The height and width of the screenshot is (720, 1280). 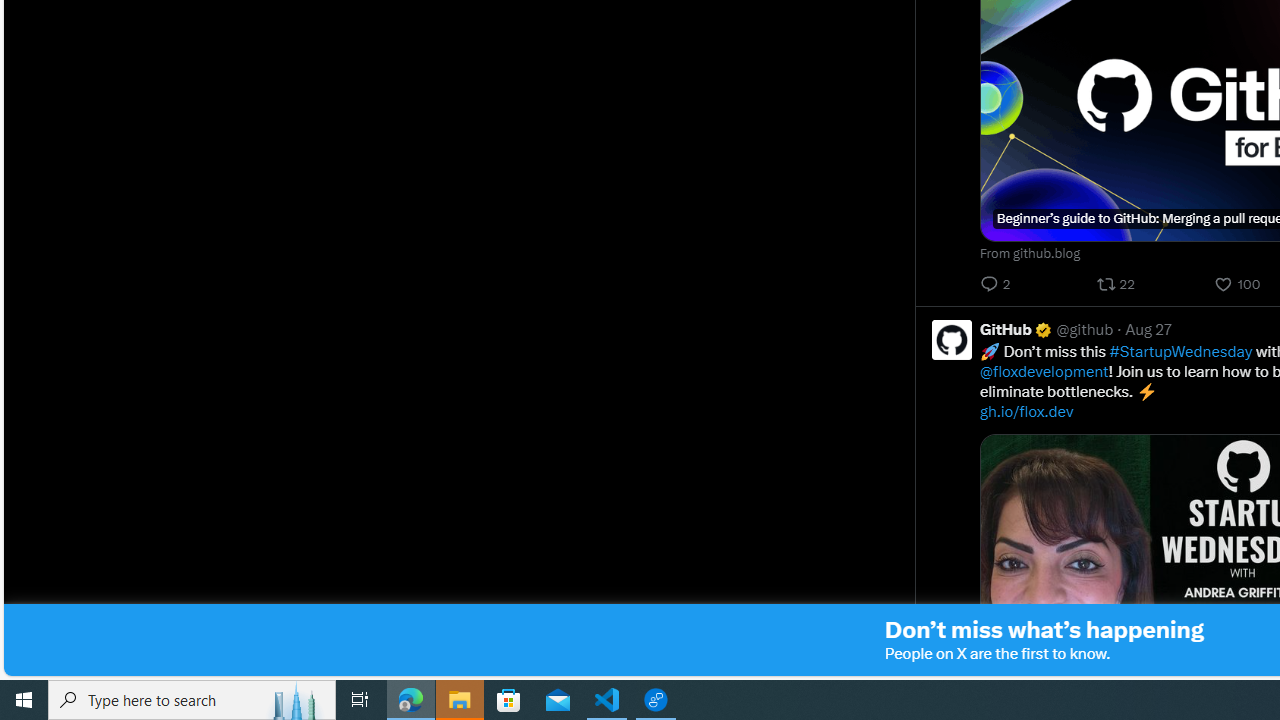 I want to click on '100 Likes. Like', so click(x=1238, y=284).